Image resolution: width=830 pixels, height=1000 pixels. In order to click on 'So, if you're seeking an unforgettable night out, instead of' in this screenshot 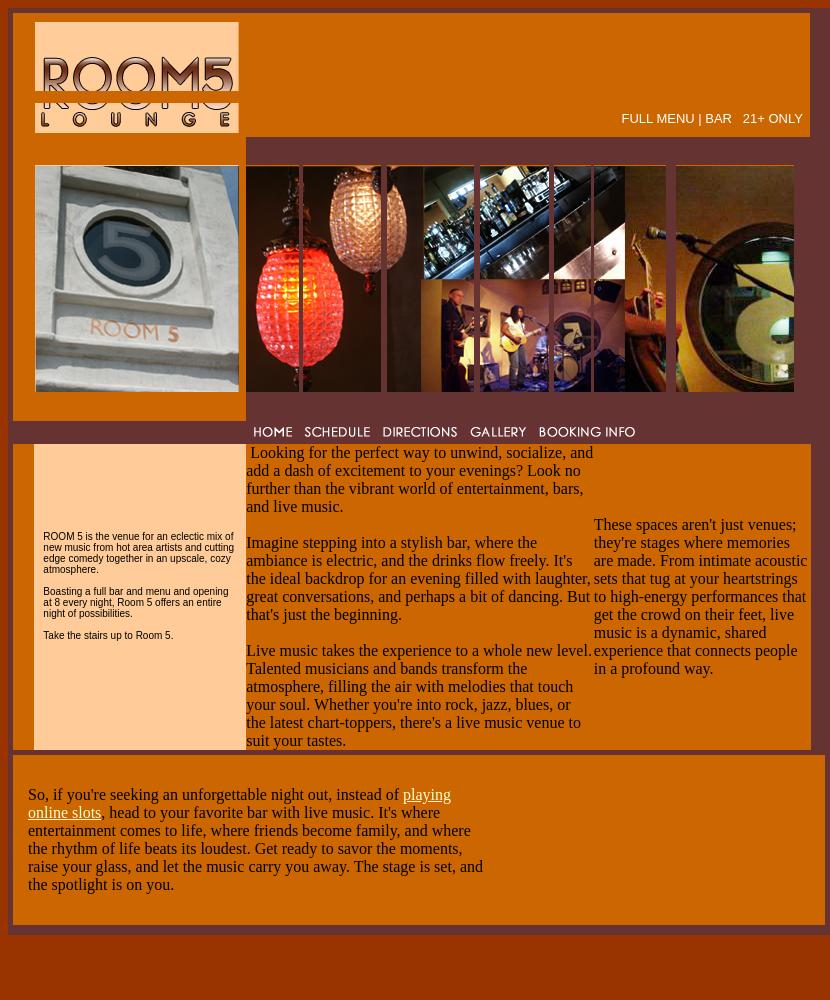, I will do `click(213, 794)`.